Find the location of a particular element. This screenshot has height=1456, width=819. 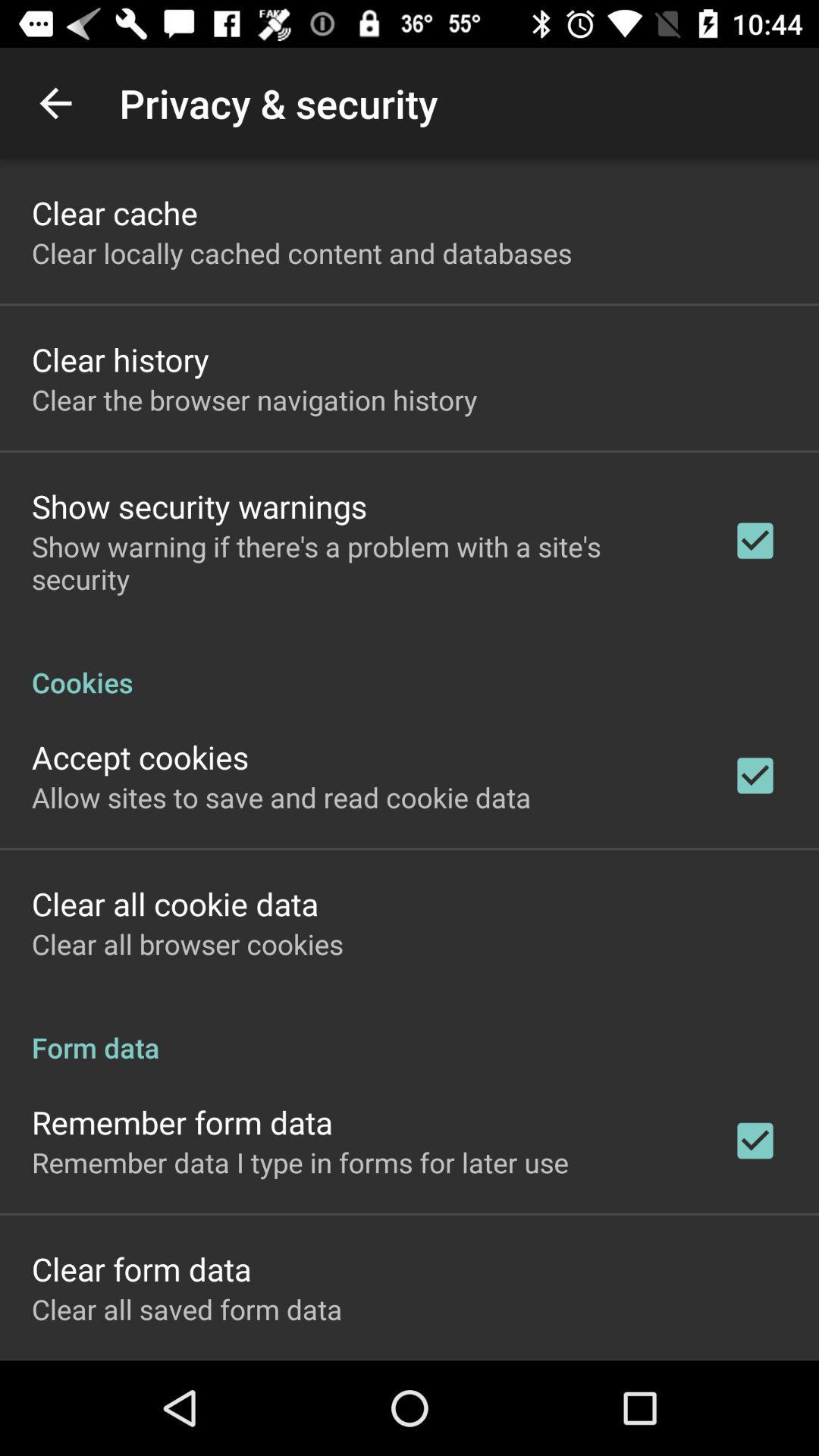

allow sites to app is located at coordinates (281, 796).